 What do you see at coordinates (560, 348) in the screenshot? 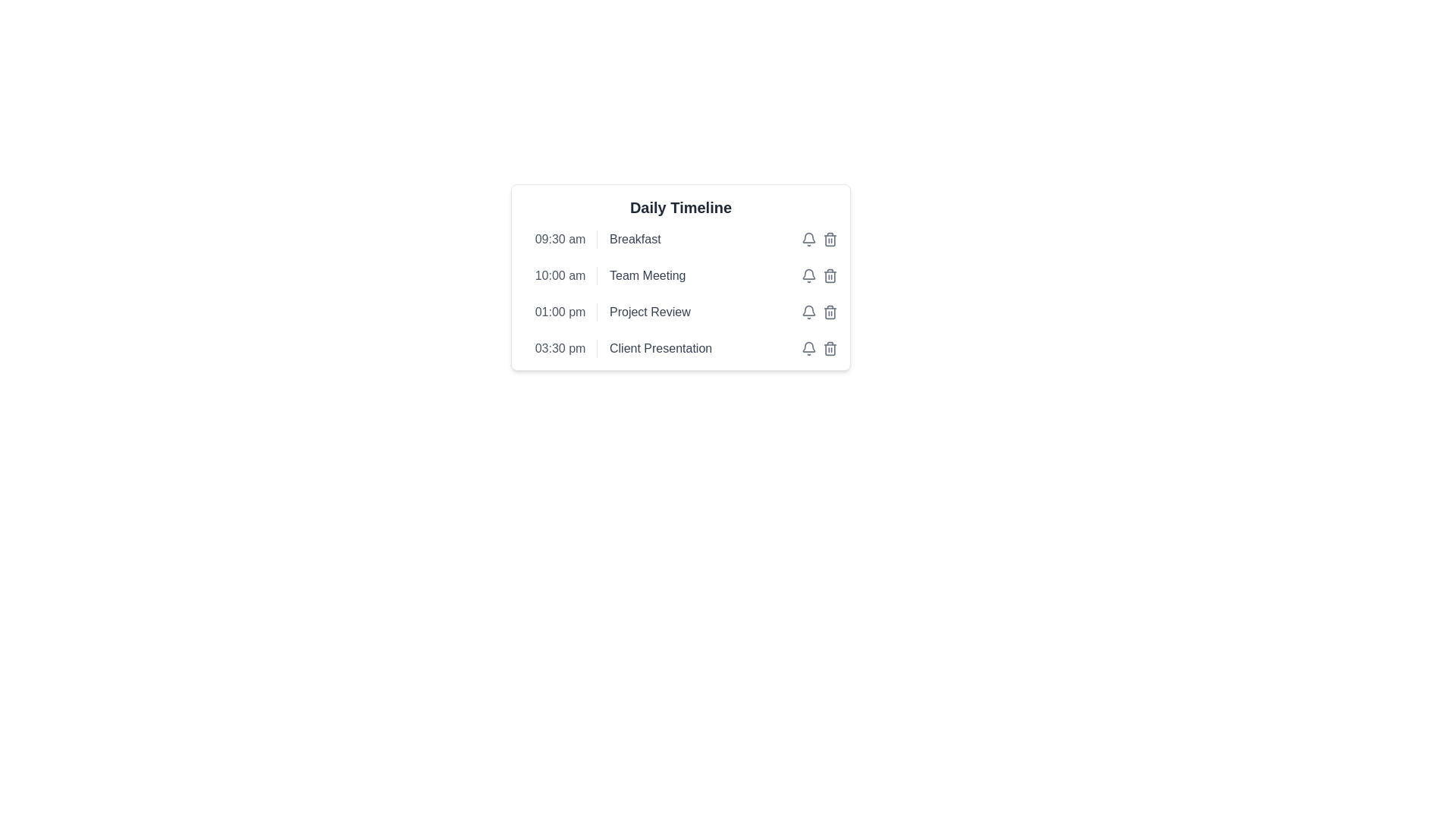
I see `the text label displaying '03:30 pm'` at bounding box center [560, 348].